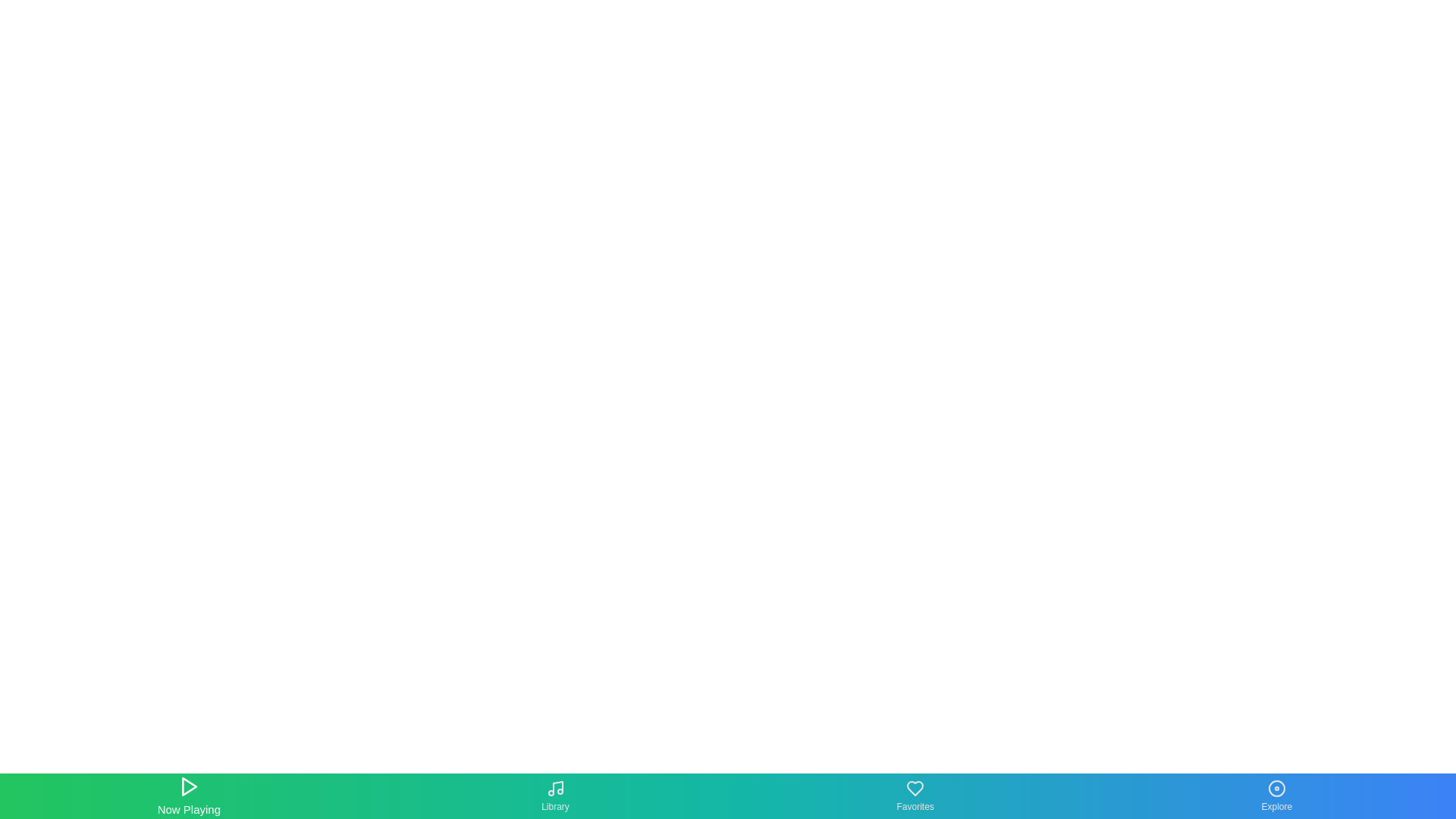 This screenshot has width=1456, height=819. I want to click on the tab labeled Now Playing to inspect its tooltip or label, so click(188, 795).